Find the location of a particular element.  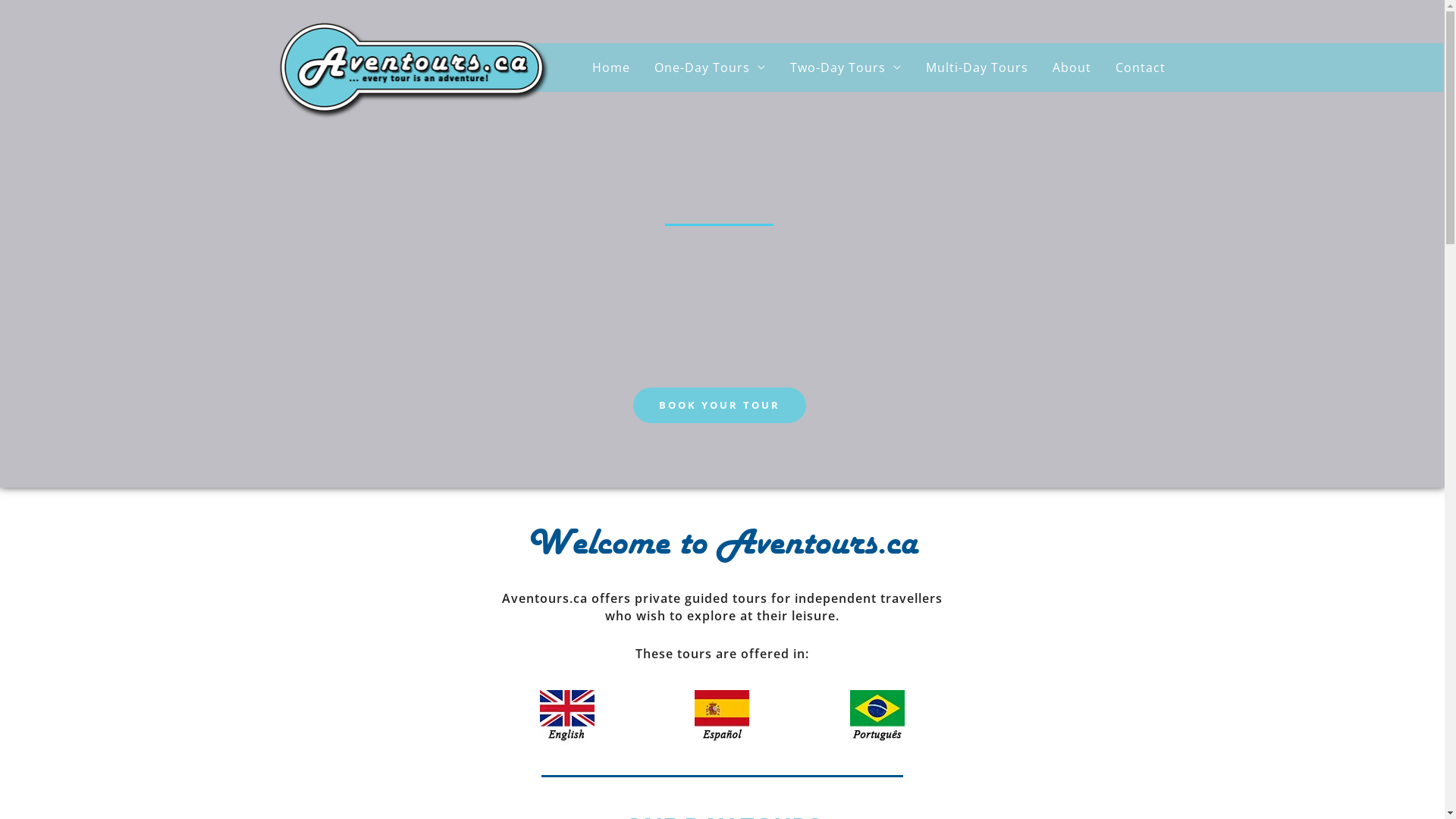

'Two-Day Tours' is located at coordinates (778, 66).